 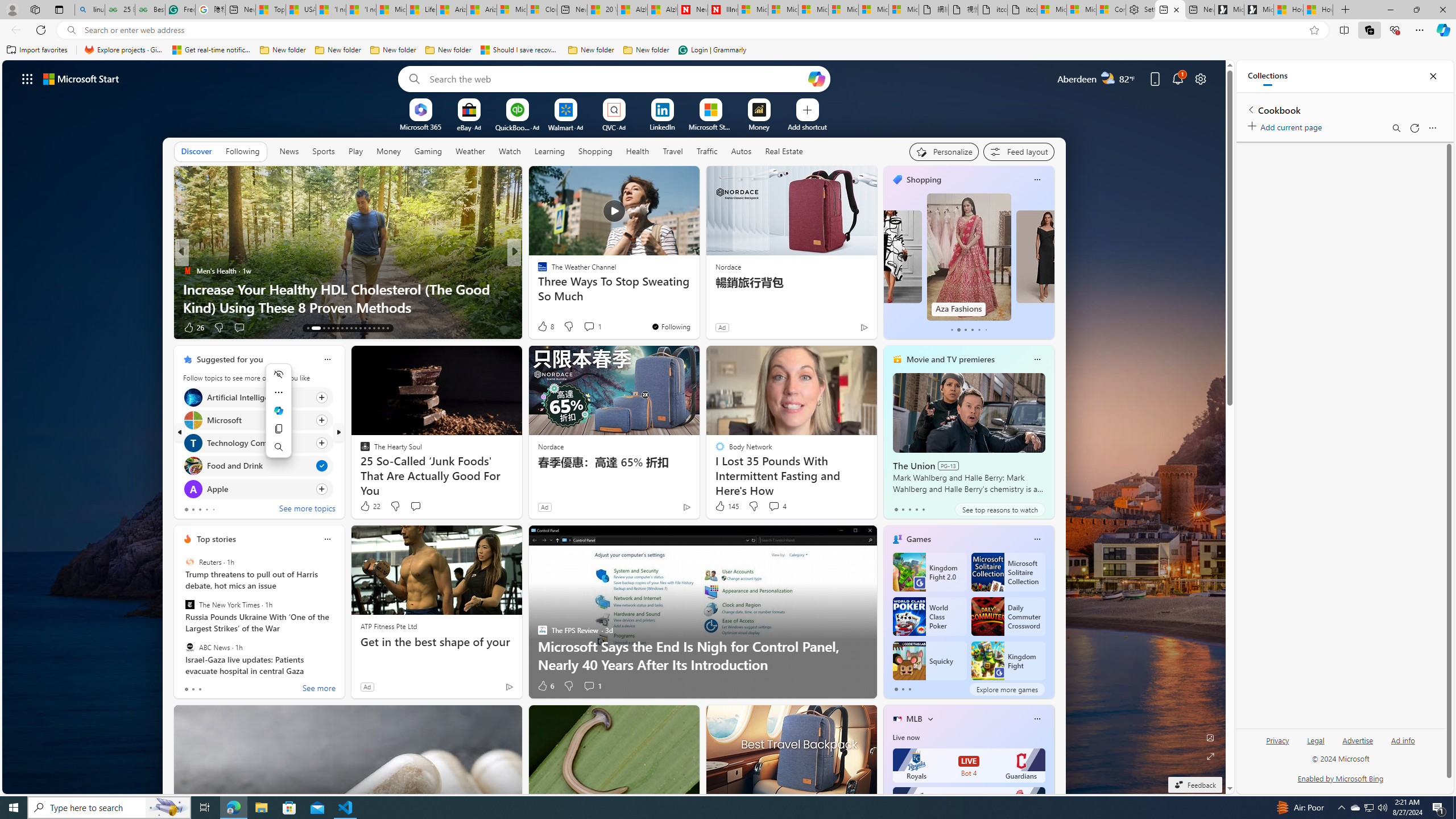 What do you see at coordinates (37, 49) in the screenshot?
I see `'Import favorites'` at bounding box center [37, 49].